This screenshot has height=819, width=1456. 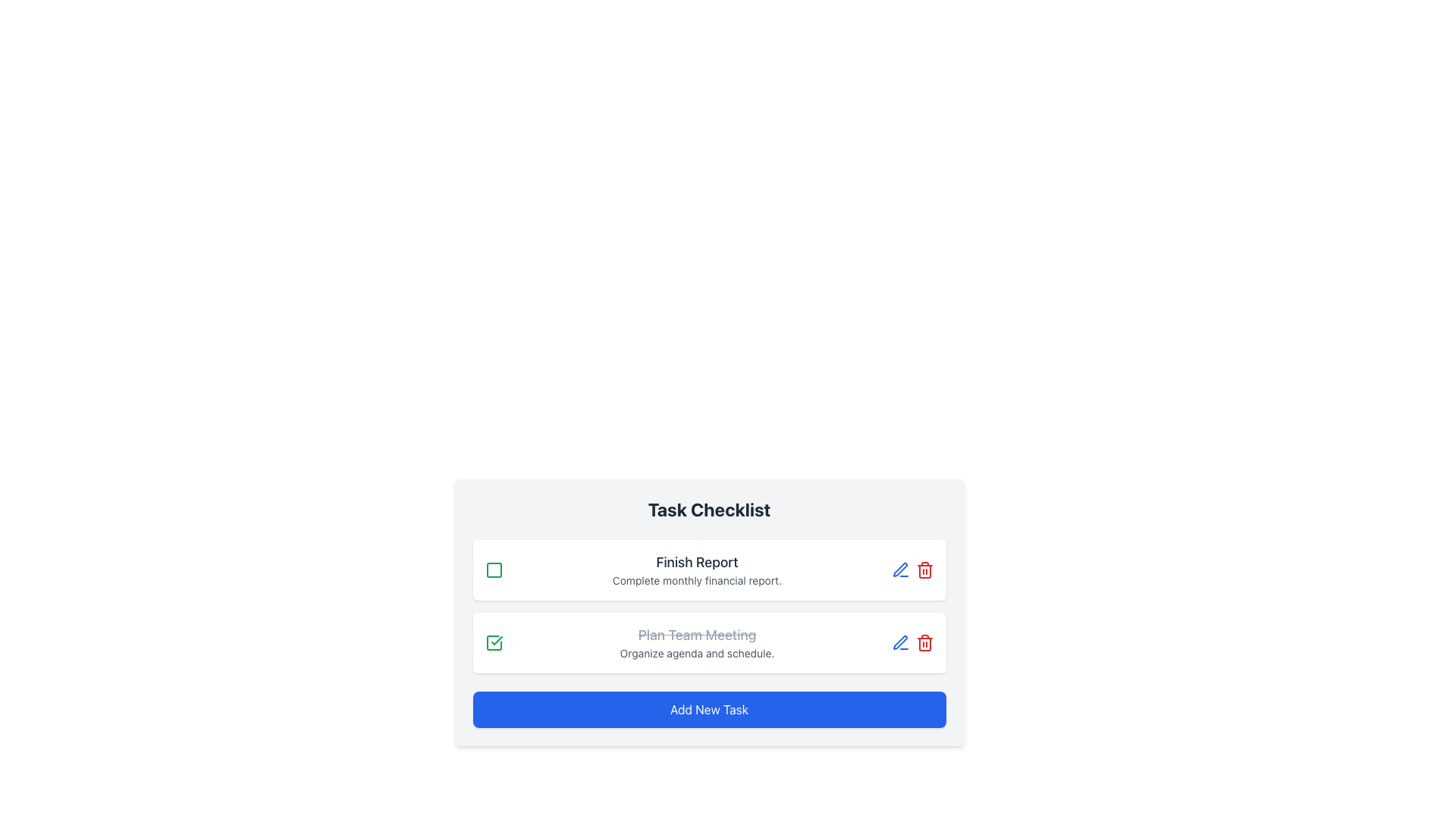 What do you see at coordinates (924, 570) in the screenshot?
I see `the red trash icon button, which is the second actionable item to the right of the second task block` at bounding box center [924, 570].